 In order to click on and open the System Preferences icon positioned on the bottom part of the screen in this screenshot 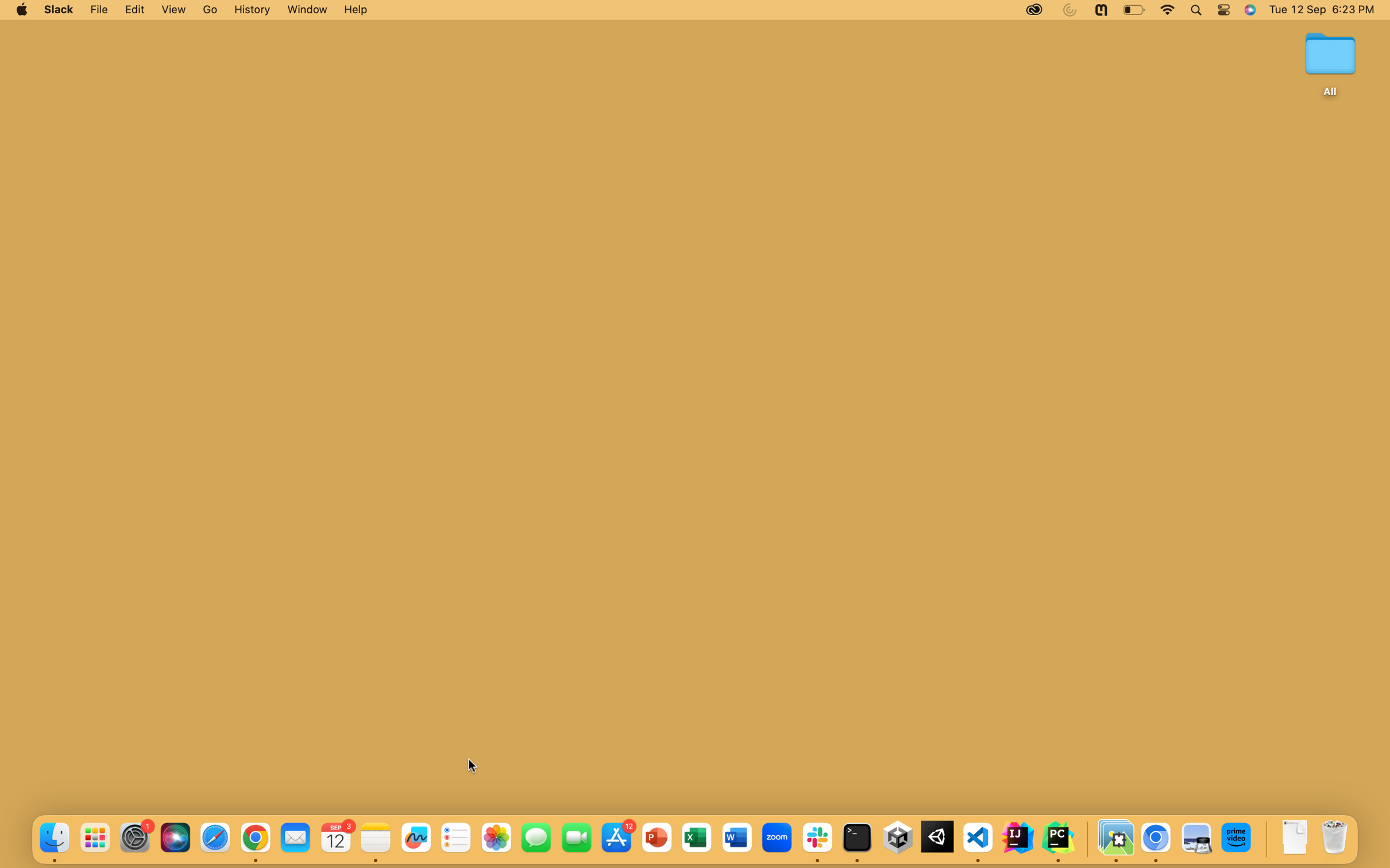, I will do `click(134, 838)`.